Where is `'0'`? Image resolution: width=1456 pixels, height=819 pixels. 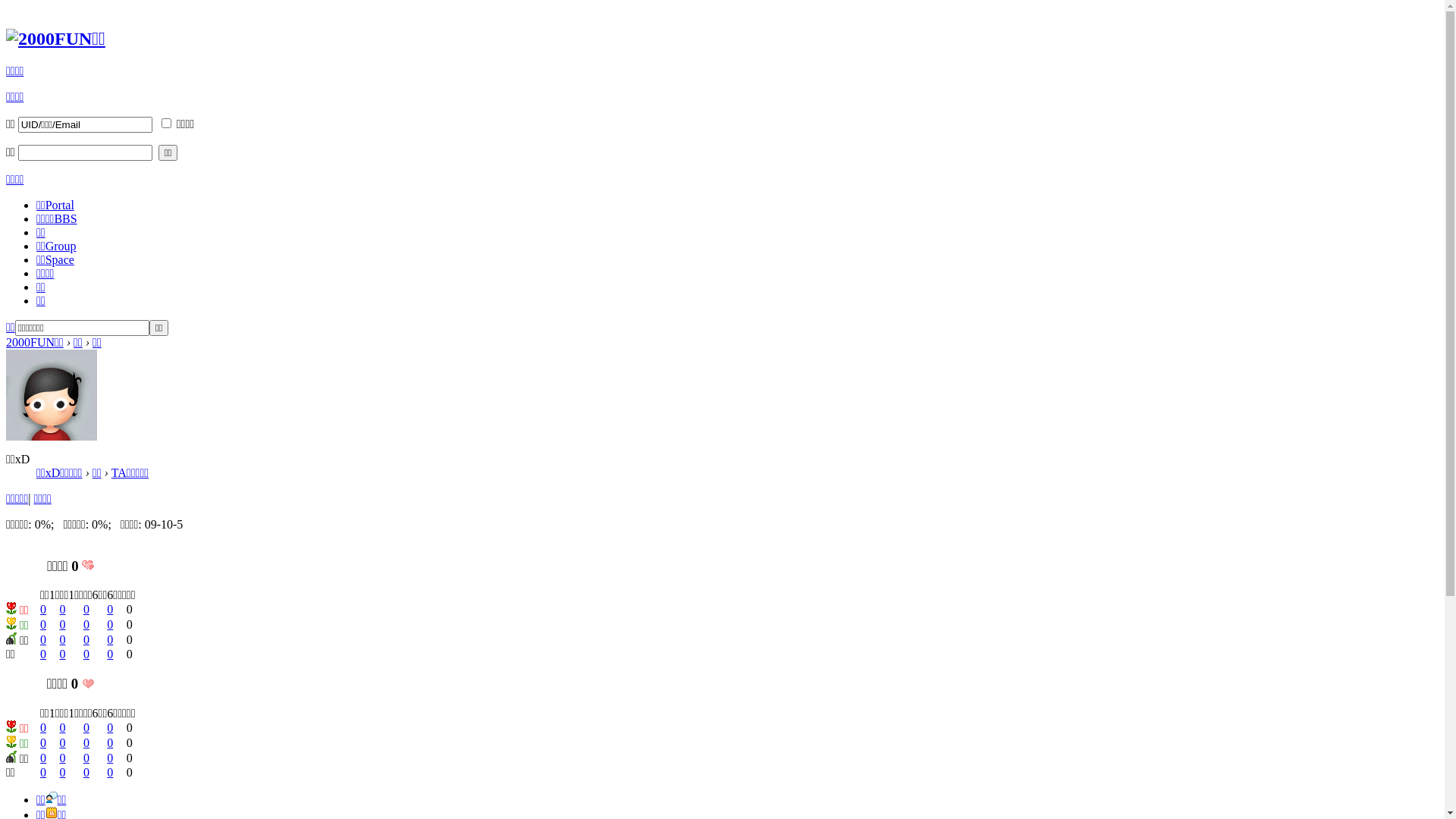
'0' is located at coordinates (86, 639).